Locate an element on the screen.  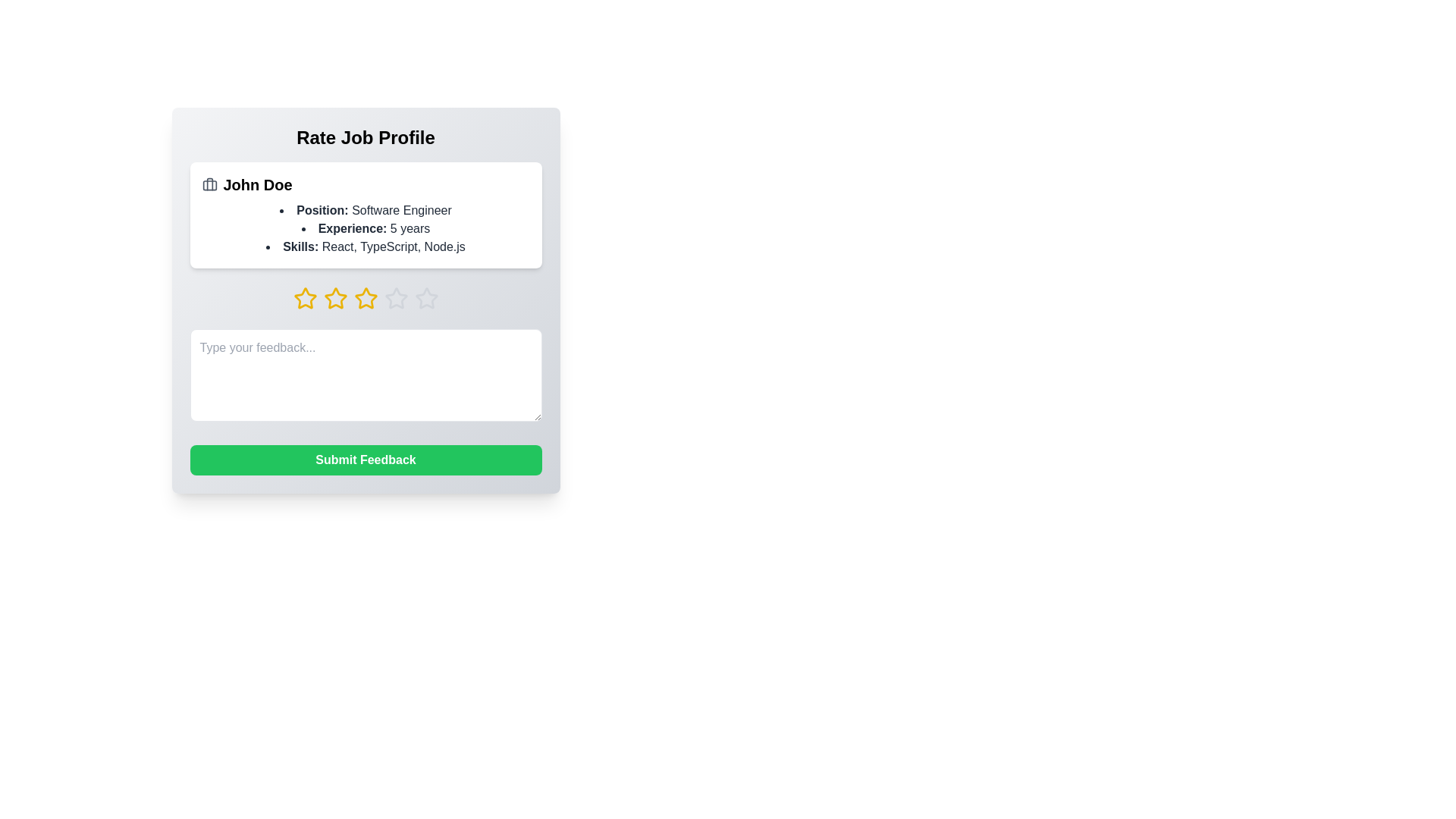
the decorative icon that emphasizes the professional context of the title 'John Doe' located at the top-left part of the card is located at coordinates (209, 184).